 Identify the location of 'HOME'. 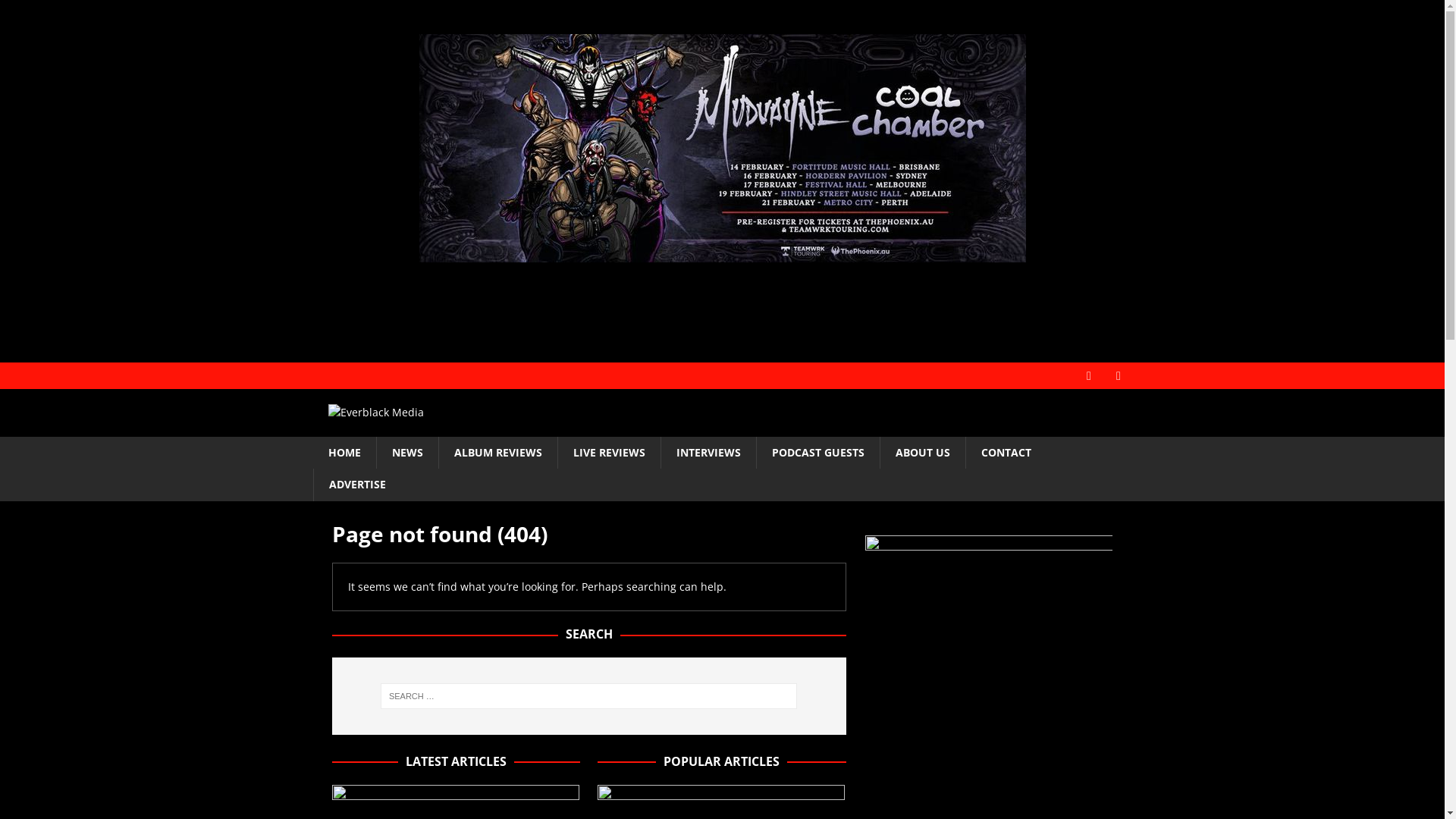
(312, 452).